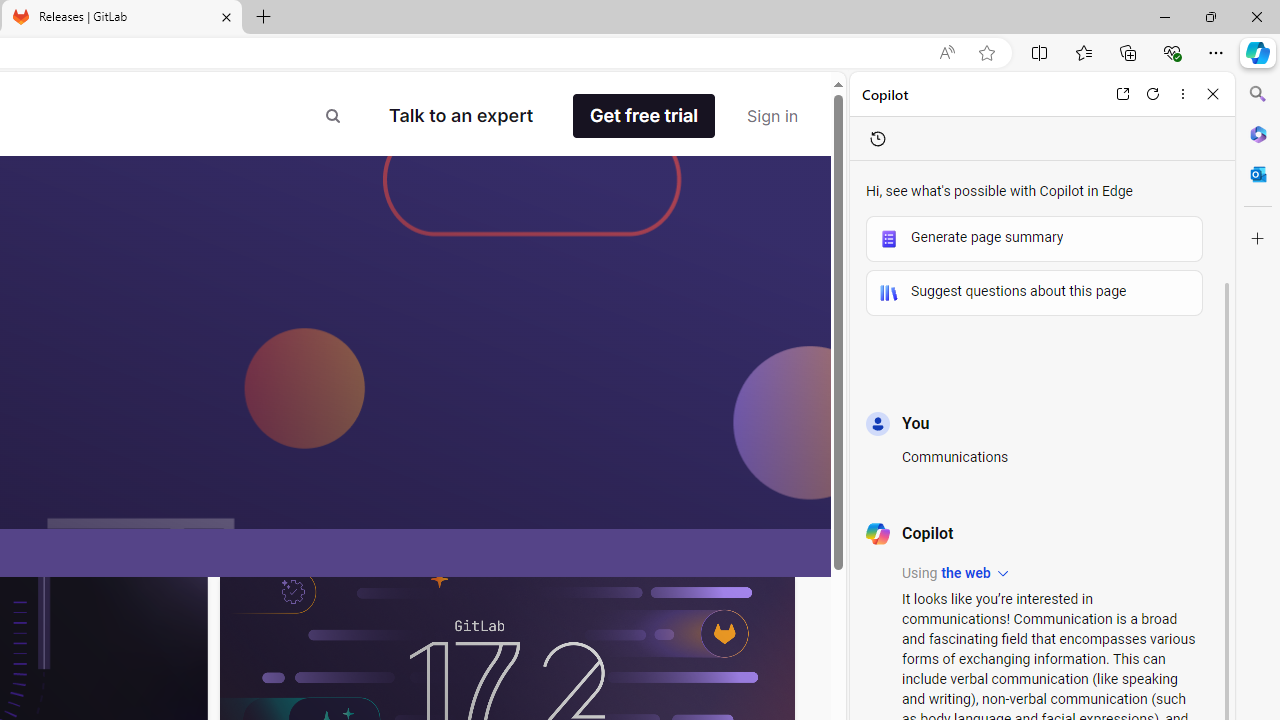  Describe the element at coordinates (460, 115) in the screenshot. I see `'Talk to an expert'` at that location.